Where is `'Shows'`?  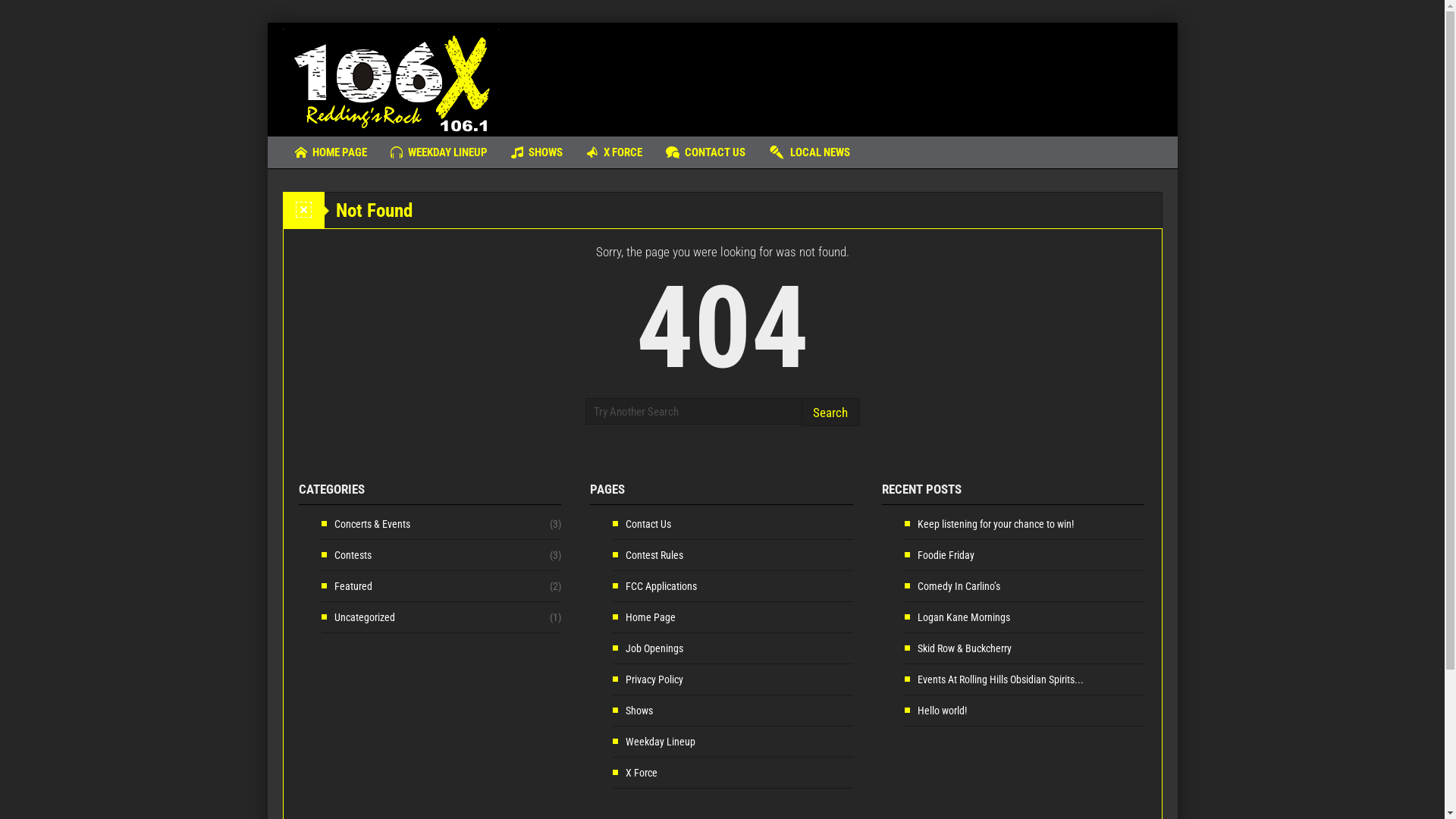 'Shows' is located at coordinates (612, 711).